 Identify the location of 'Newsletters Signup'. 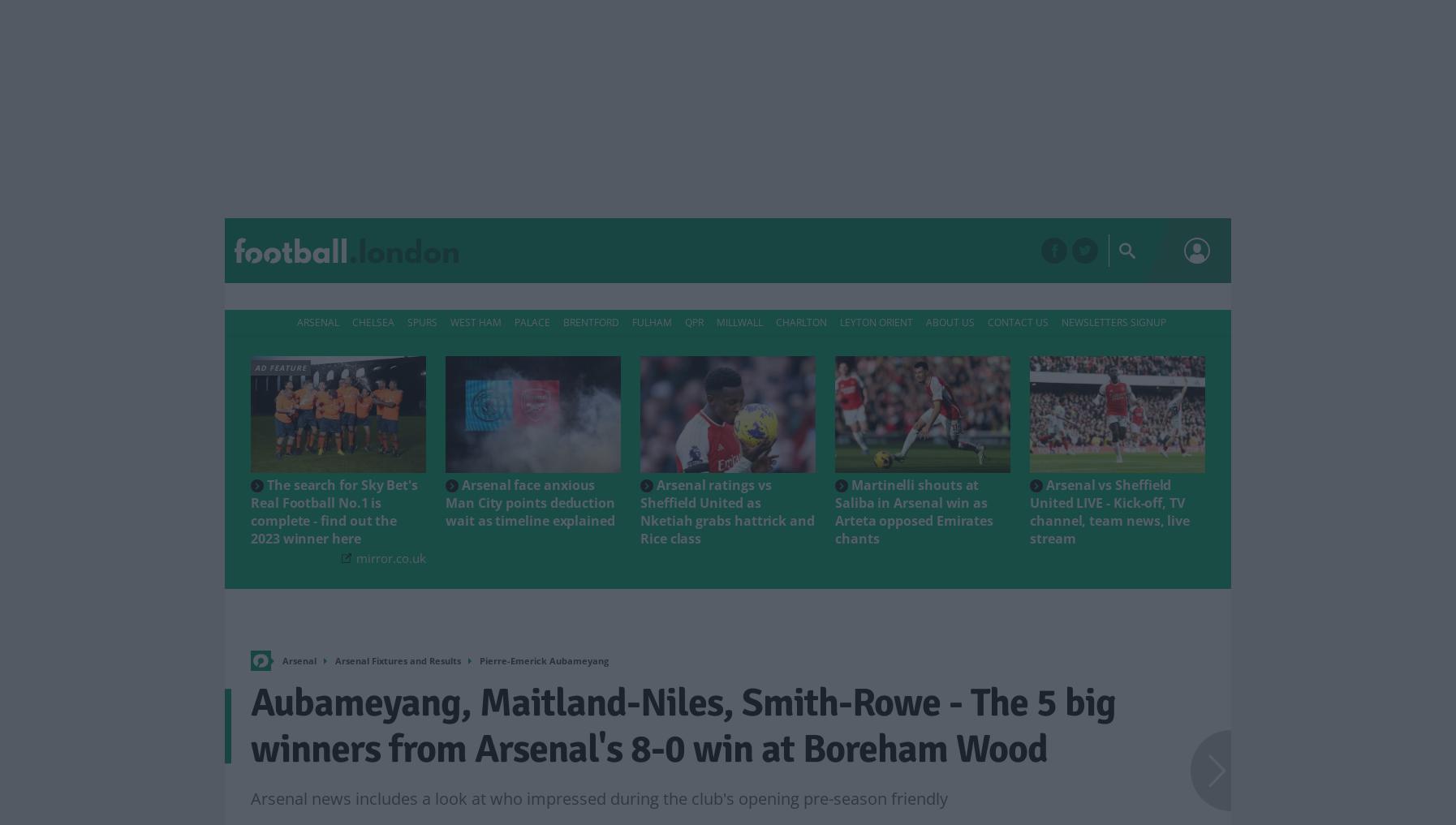
(1113, 322).